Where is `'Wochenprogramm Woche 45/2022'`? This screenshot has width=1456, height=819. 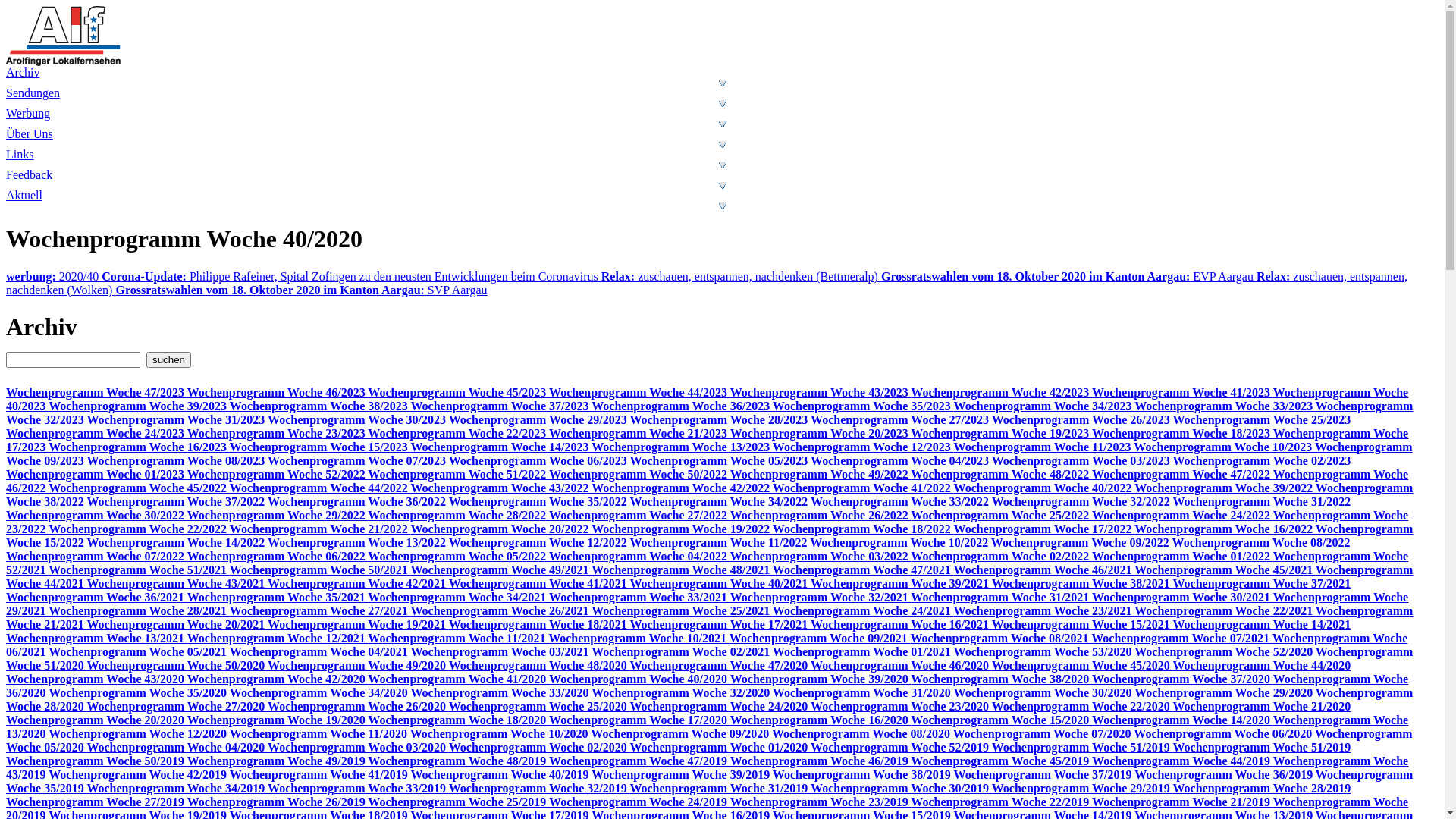
'Wochenprogramm Woche 45/2022' is located at coordinates (139, 488).